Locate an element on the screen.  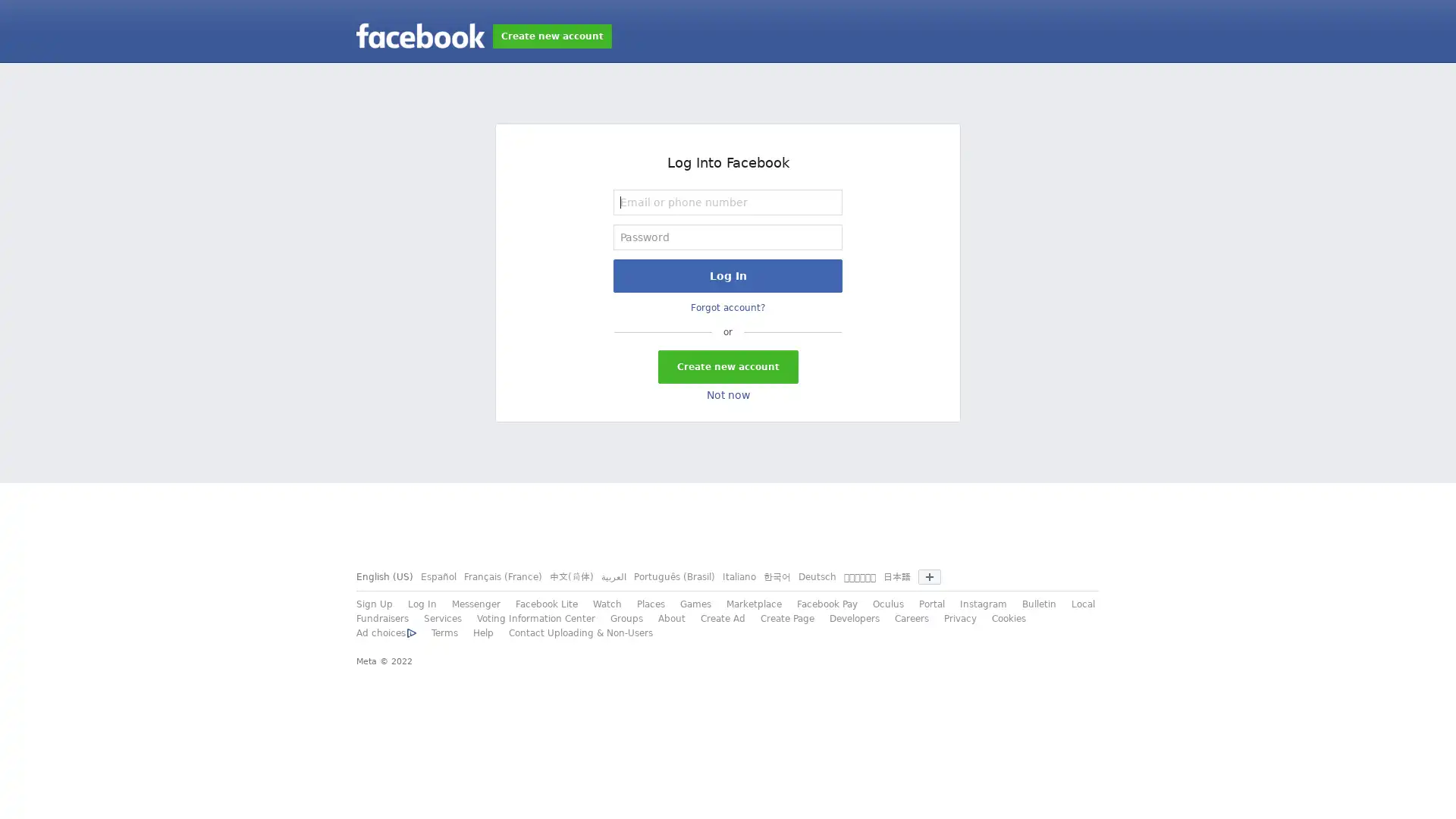
Show more languages is located at coordinates (928, 576).